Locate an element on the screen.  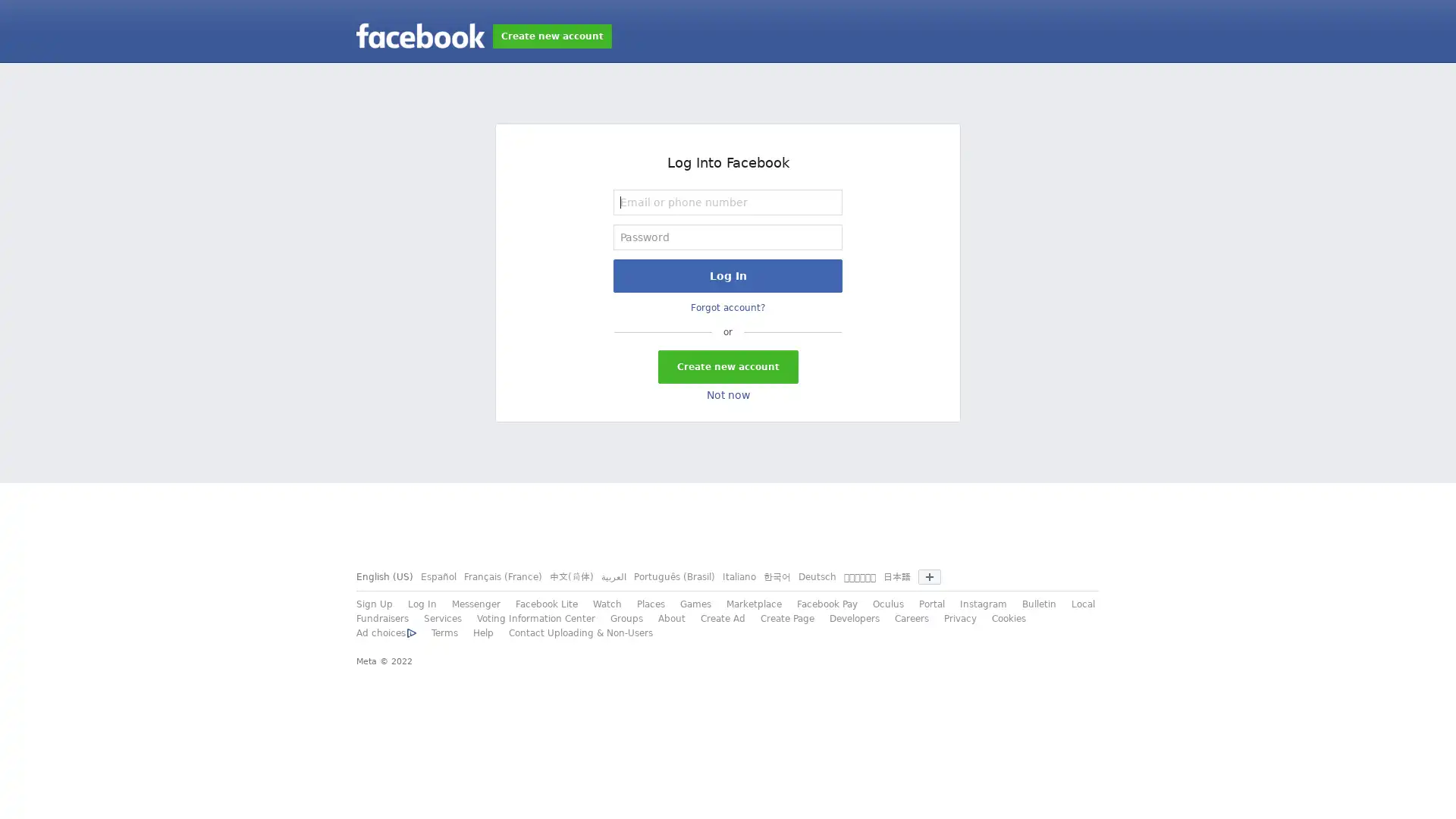
Show more languages is located at coordinates (928, 576).